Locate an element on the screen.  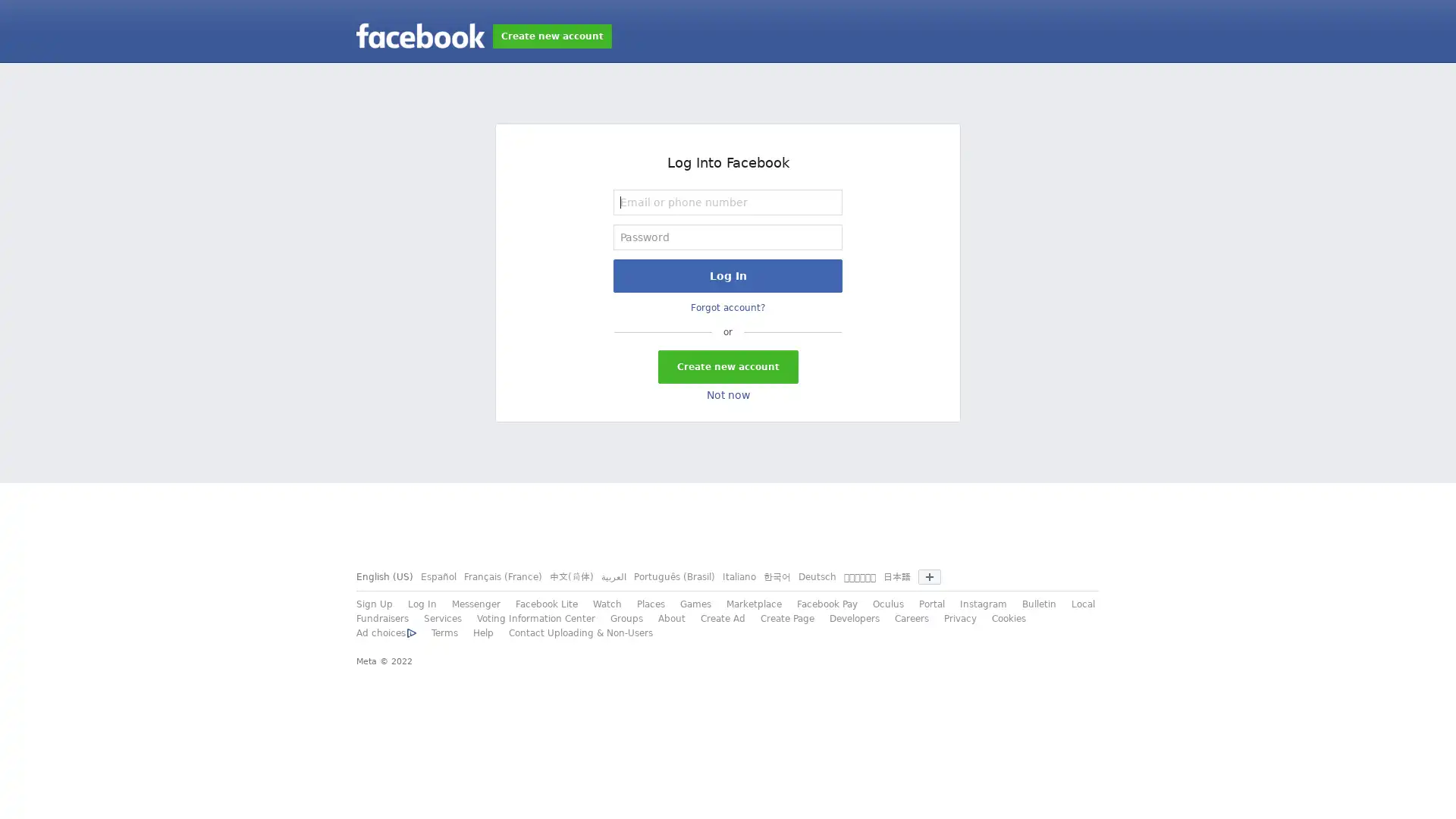
Show more languages is located at coordinates (928, 576).